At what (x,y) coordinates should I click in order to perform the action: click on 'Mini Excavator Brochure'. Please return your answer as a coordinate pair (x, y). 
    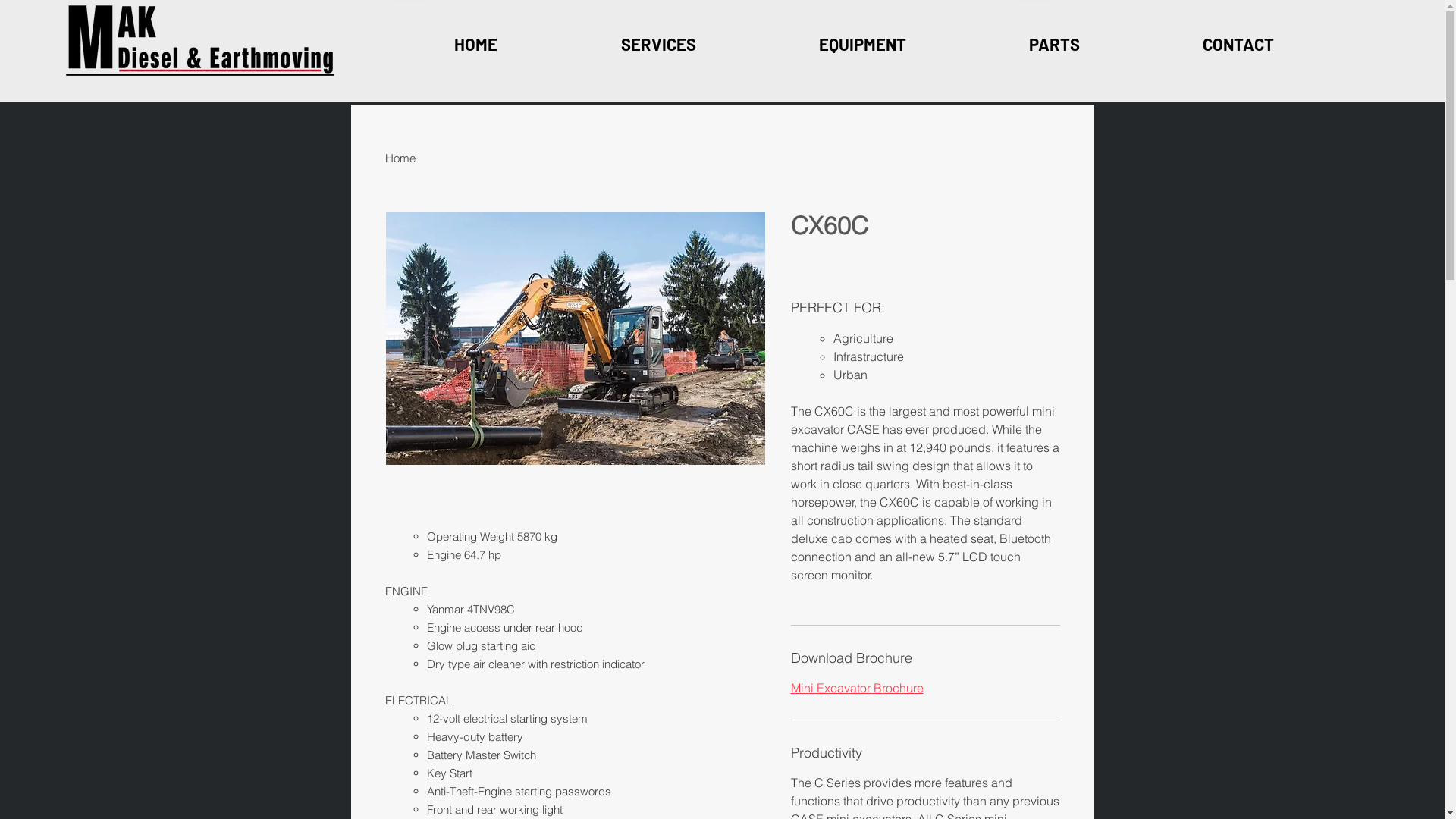
    Looking at the image, I should click on (789, 687).